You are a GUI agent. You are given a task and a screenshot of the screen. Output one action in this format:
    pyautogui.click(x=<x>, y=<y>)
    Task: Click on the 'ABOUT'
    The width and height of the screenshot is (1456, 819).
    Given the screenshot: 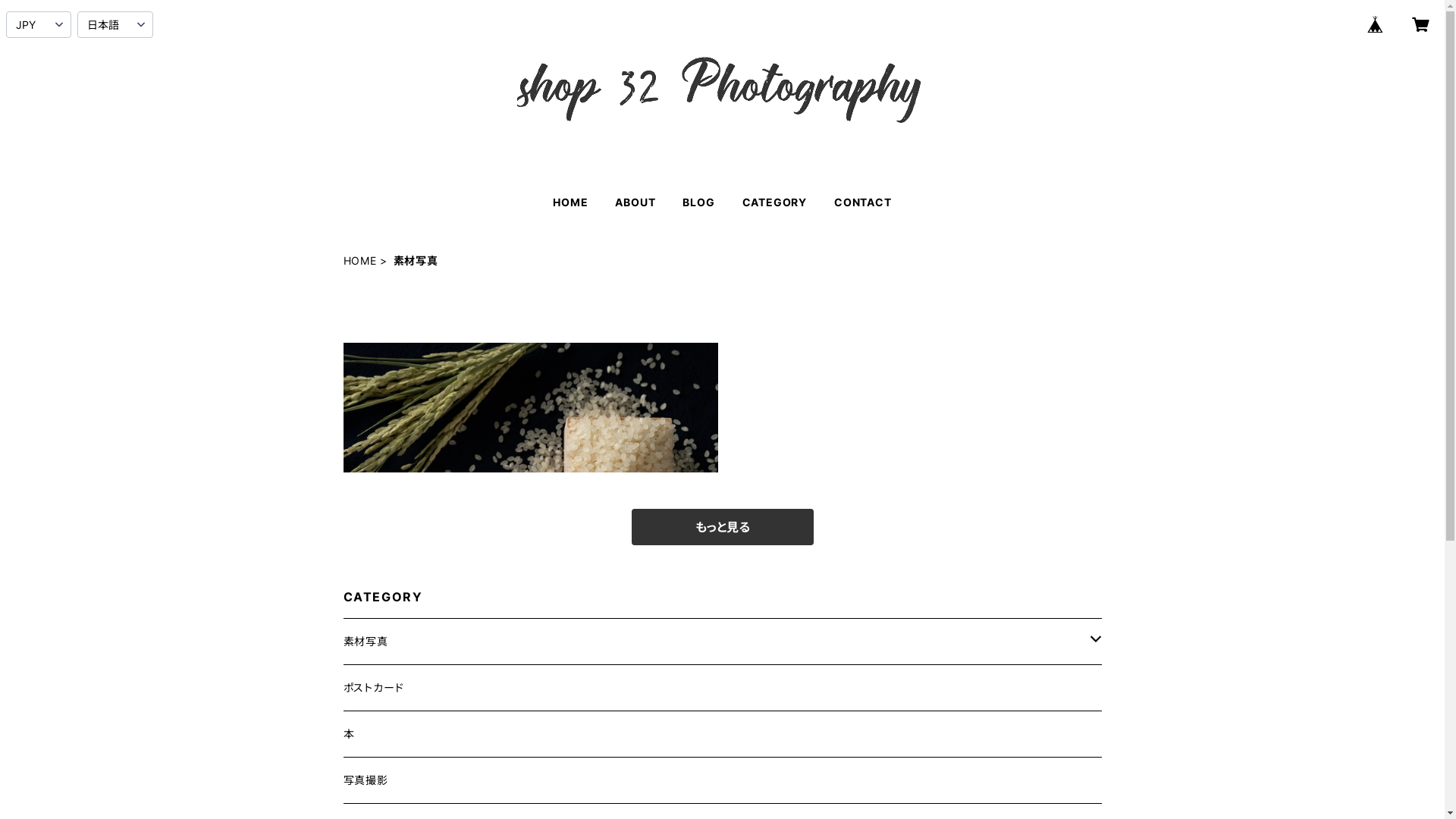 What is the action you would take?
    pyautogui.click(x=635, y=201)
    